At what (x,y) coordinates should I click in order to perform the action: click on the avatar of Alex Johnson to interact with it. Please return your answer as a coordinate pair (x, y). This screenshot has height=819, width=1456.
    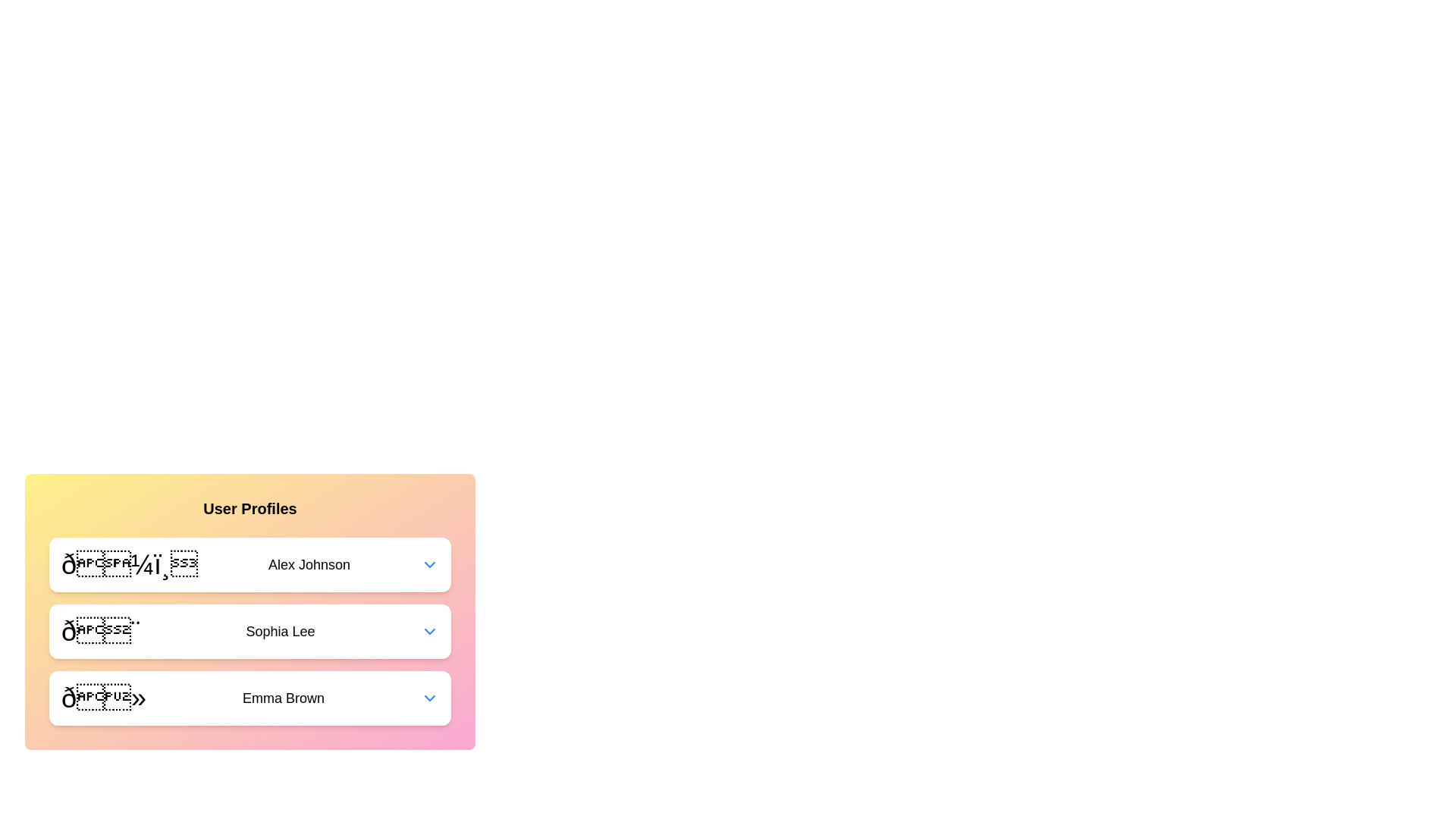
    Looking at the image, I should click on (130, 564).